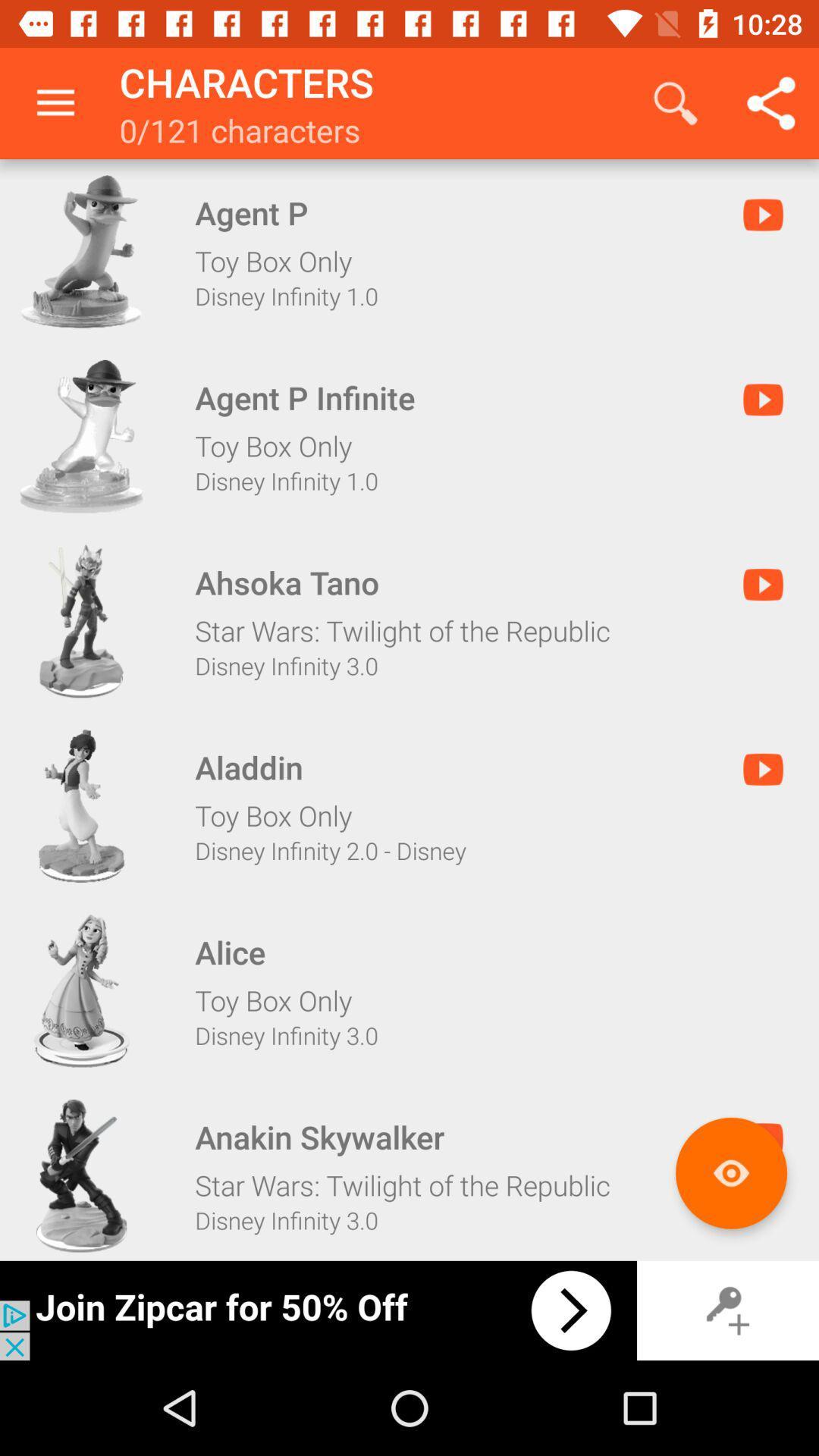  I want to click on aladdin character, so click(81, 805).